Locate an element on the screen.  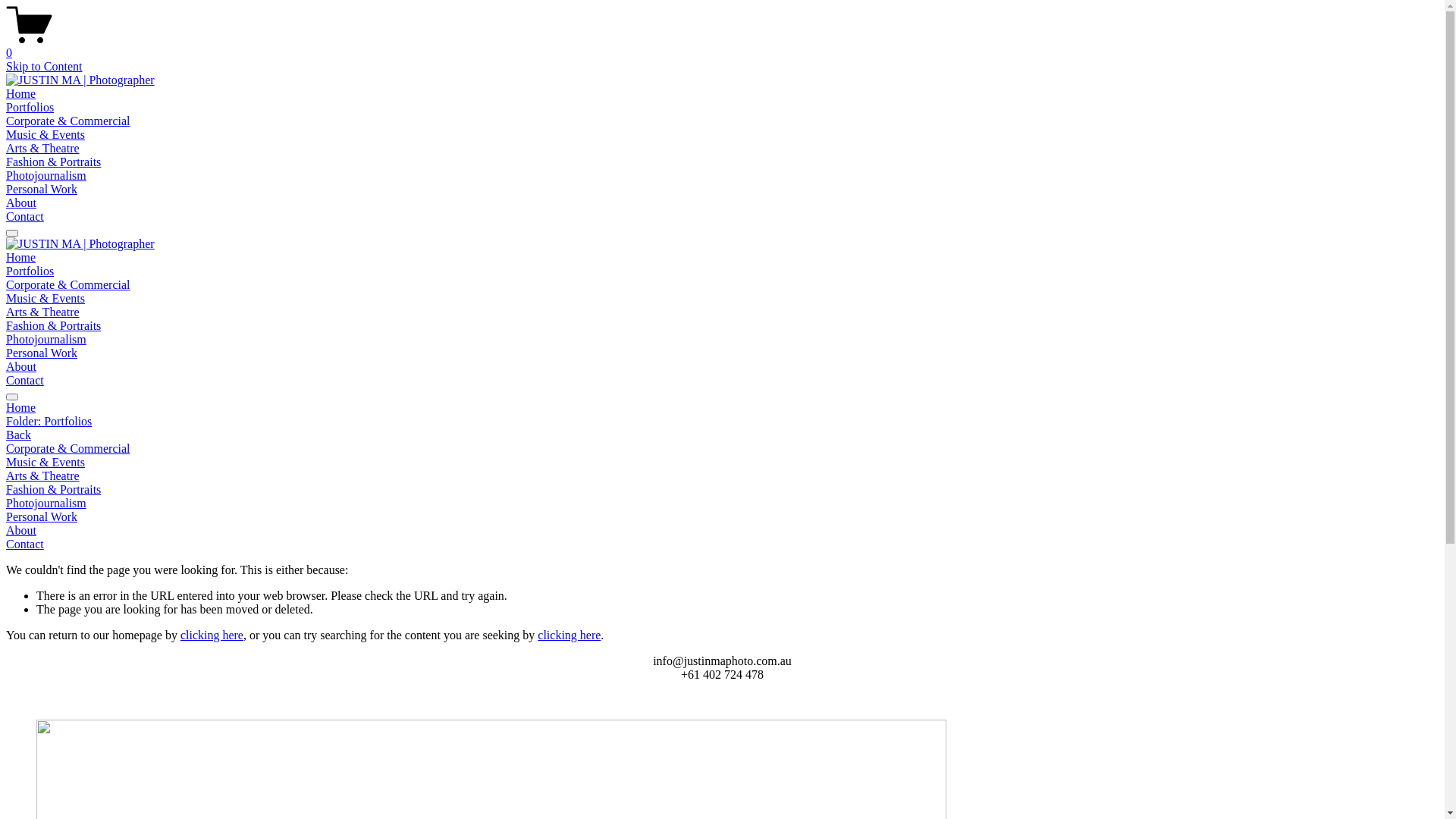
'Music & Events' is located at coordinates (45, 298).